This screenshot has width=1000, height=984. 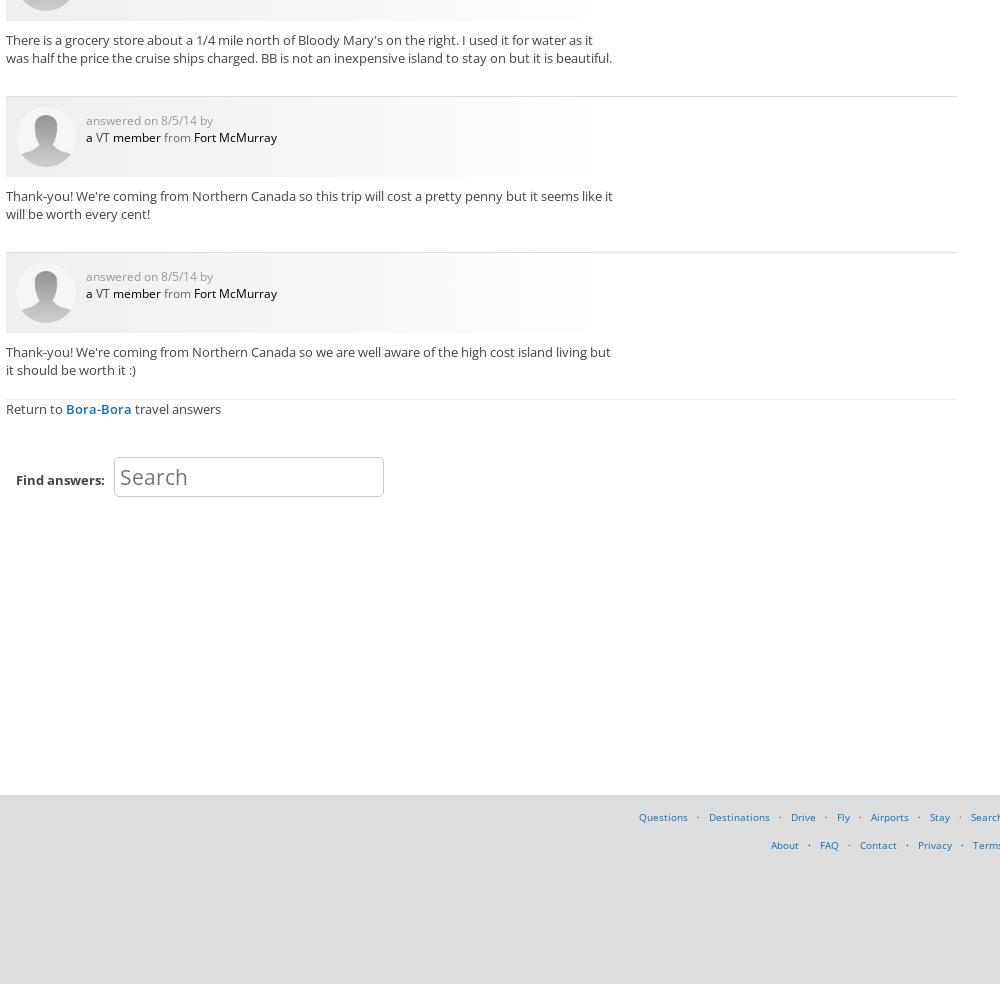 What do you see at coordinates (878, 842) in the screenshot?
I see `'Contact'` at bounding box center [878, 842].